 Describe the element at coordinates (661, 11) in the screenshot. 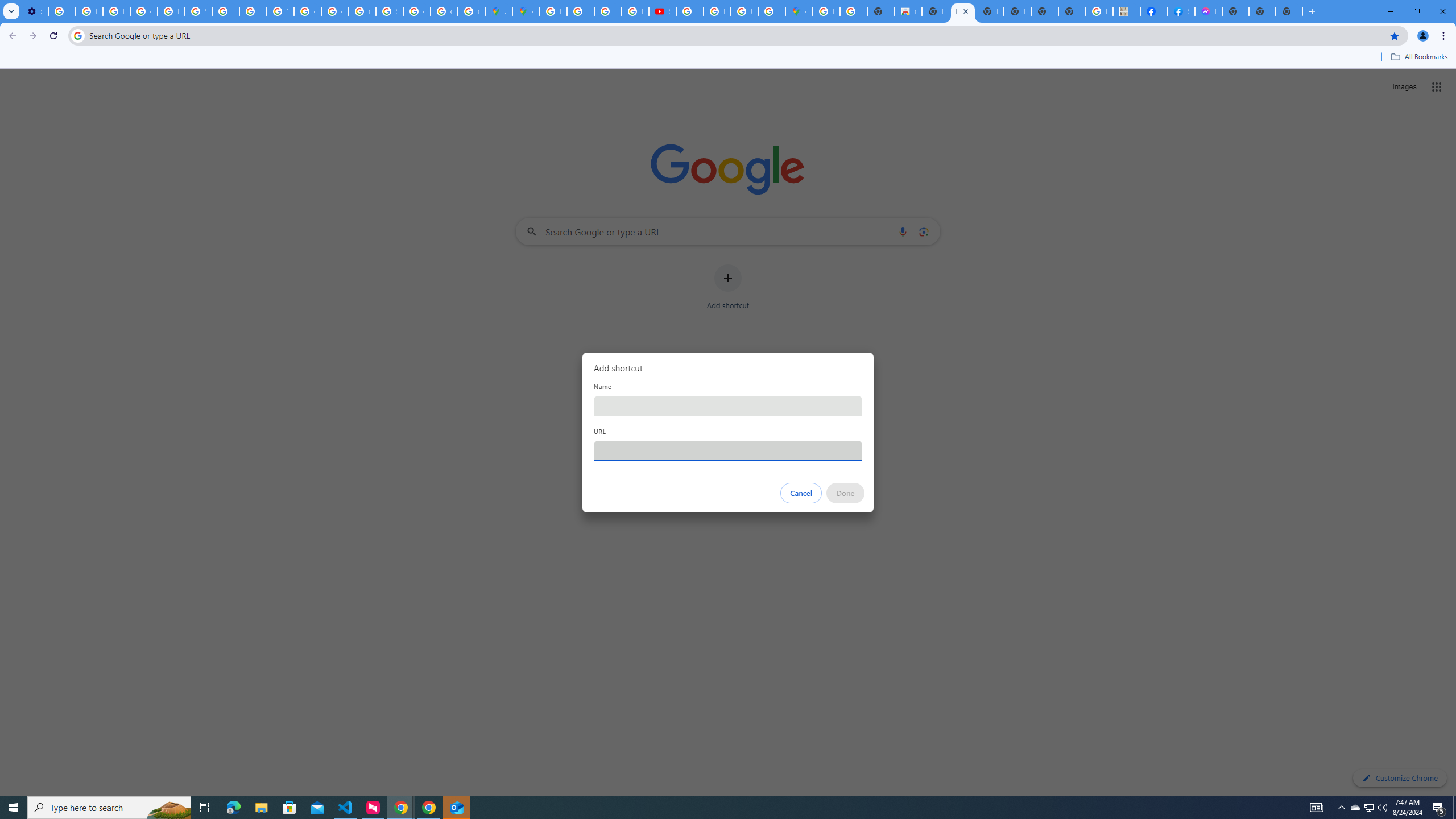

I see `'Subscriptions - YouTube'` at that location.